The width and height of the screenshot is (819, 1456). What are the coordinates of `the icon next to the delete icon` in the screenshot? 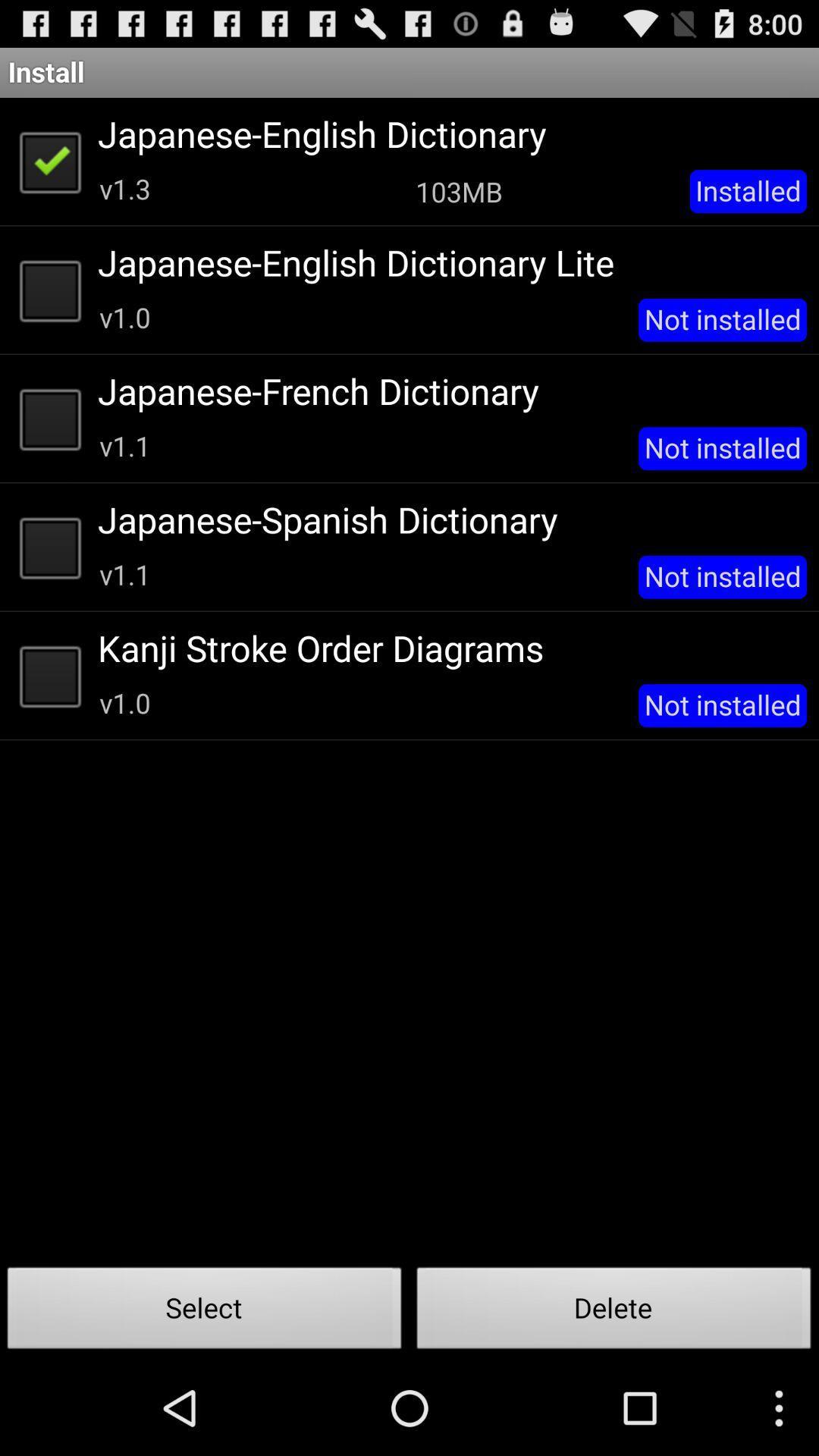 It's located at (205, 1312).